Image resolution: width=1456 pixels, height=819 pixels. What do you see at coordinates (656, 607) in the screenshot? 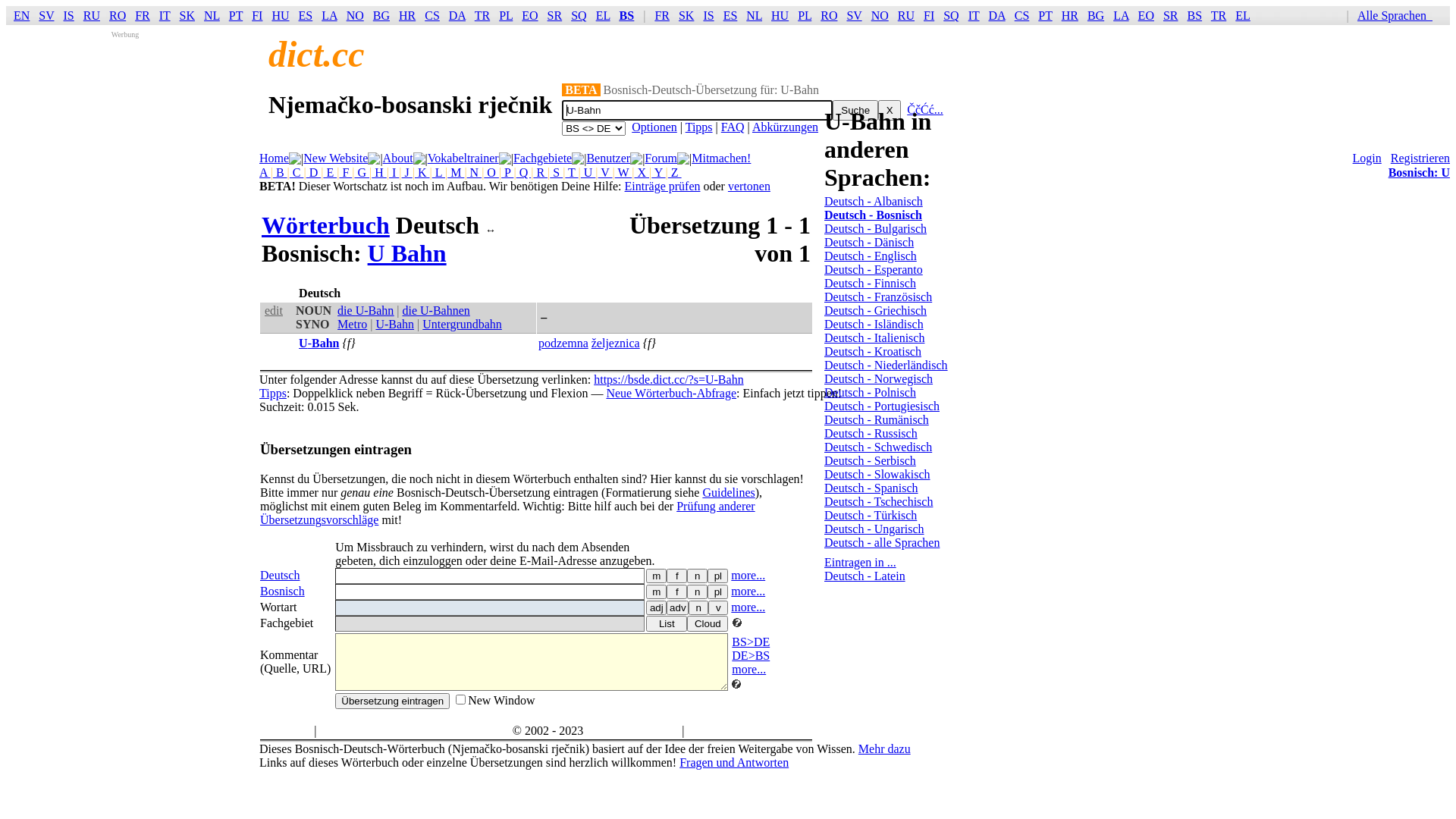
I see `'adj'` at bounding box center [656, 607].